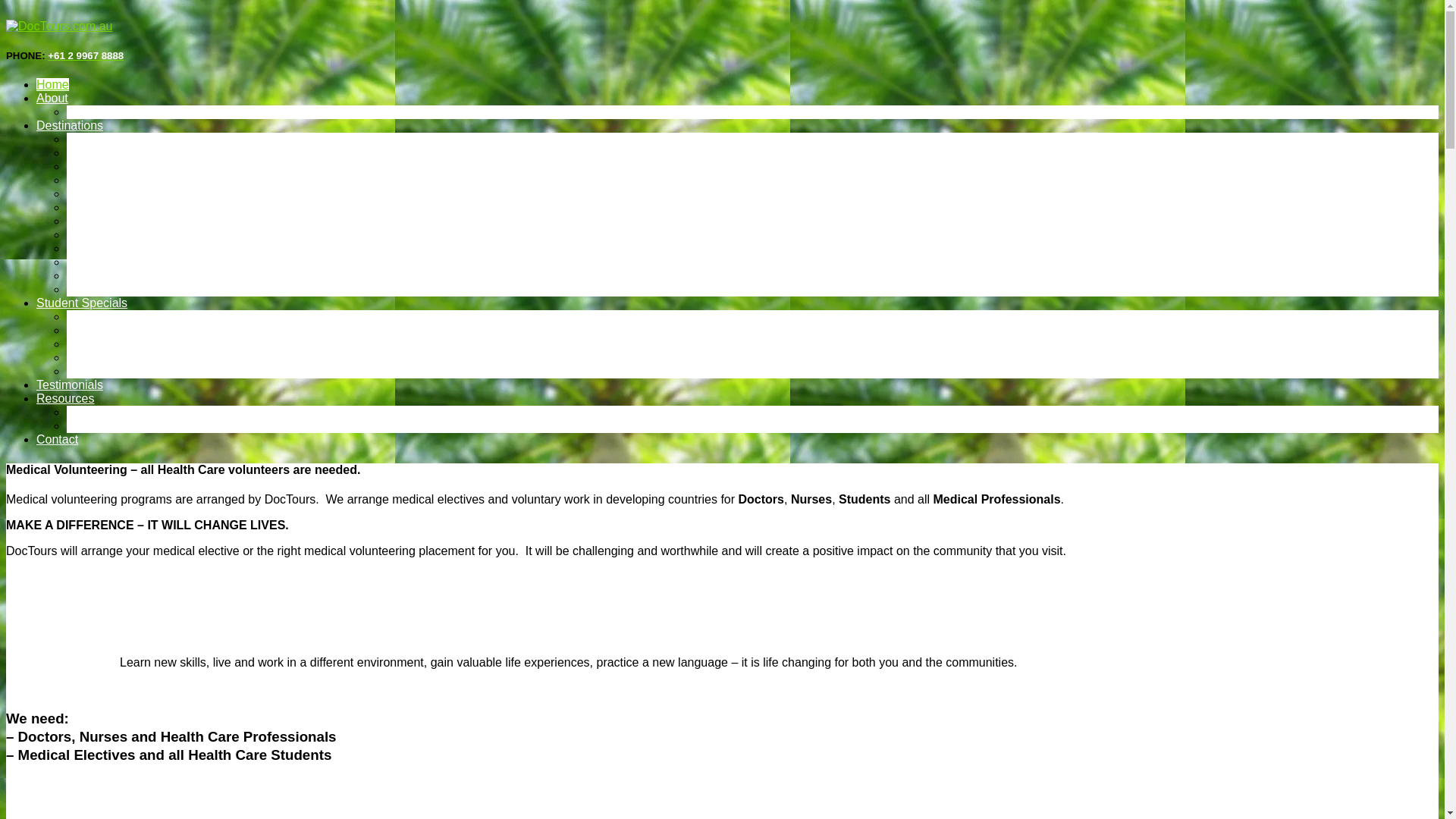  Describe the element at coordinates (105, 111) in the screenshot. I see `'Media & News'` at that location.